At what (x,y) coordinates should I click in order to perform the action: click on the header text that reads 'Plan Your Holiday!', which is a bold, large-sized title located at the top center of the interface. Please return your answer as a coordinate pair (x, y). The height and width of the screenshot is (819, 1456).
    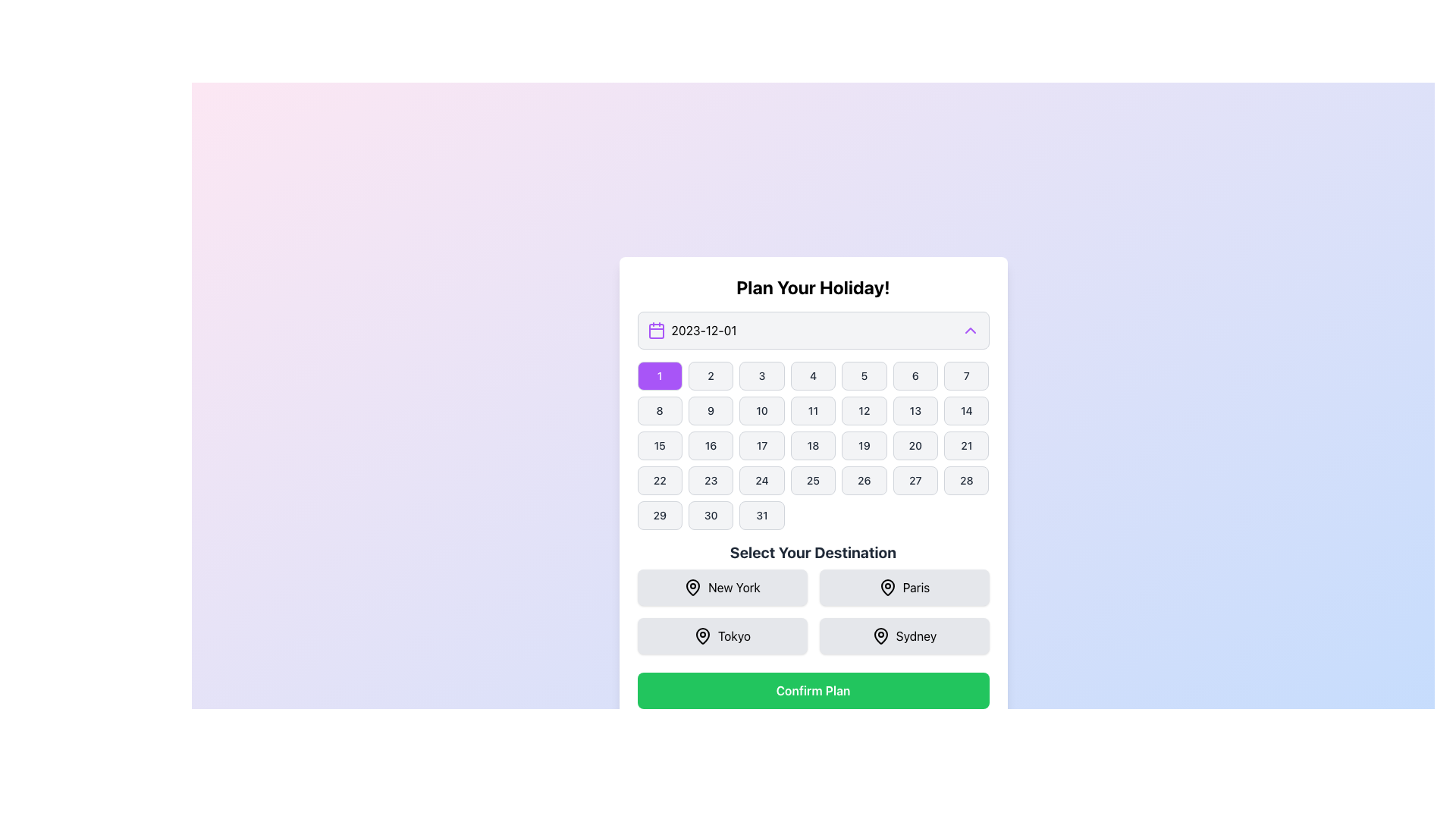
    Looking at the image, I should click on (812, 287).